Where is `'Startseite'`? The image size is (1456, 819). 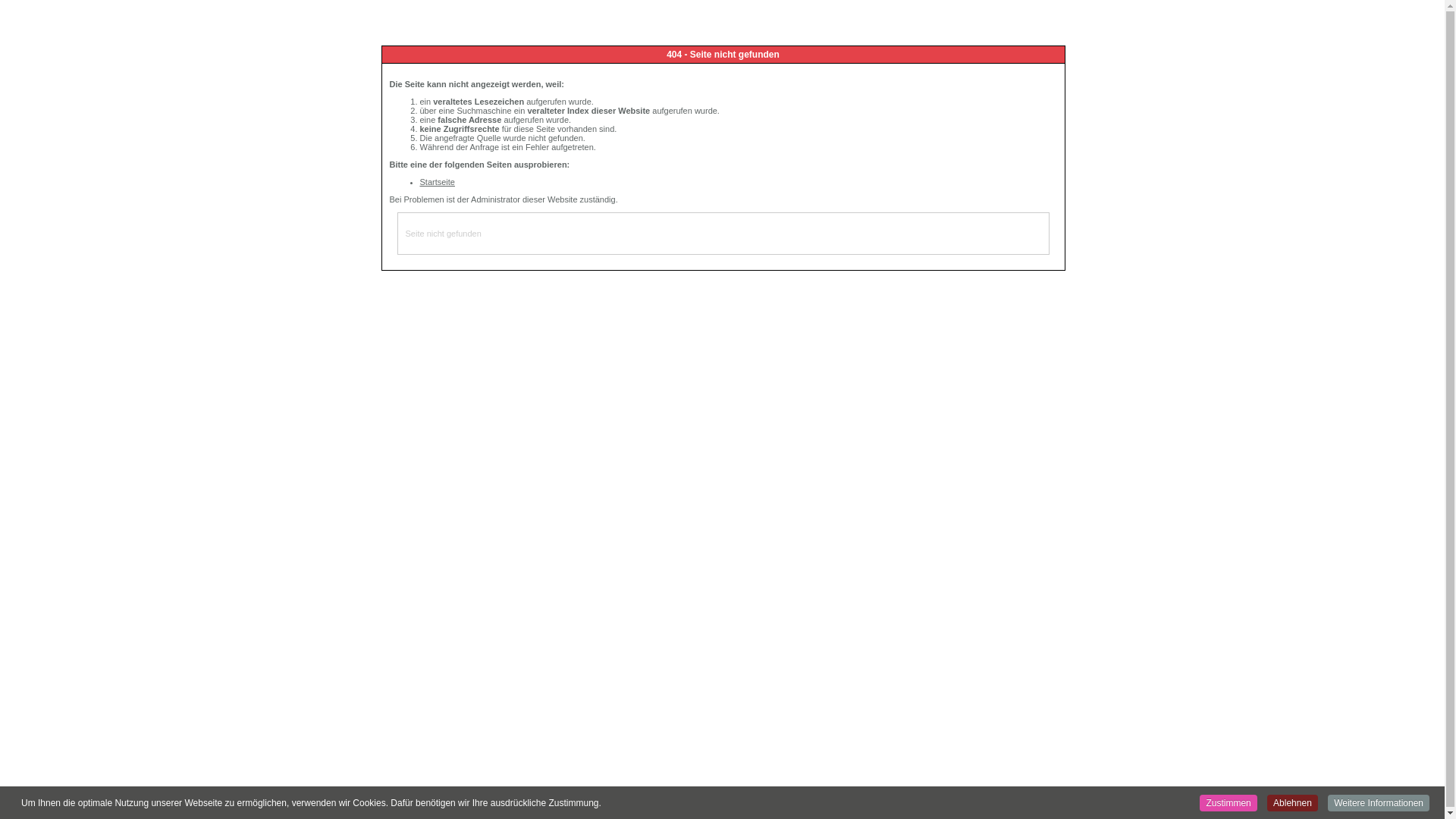 'Startseite' is located at coordinates (436, 180).